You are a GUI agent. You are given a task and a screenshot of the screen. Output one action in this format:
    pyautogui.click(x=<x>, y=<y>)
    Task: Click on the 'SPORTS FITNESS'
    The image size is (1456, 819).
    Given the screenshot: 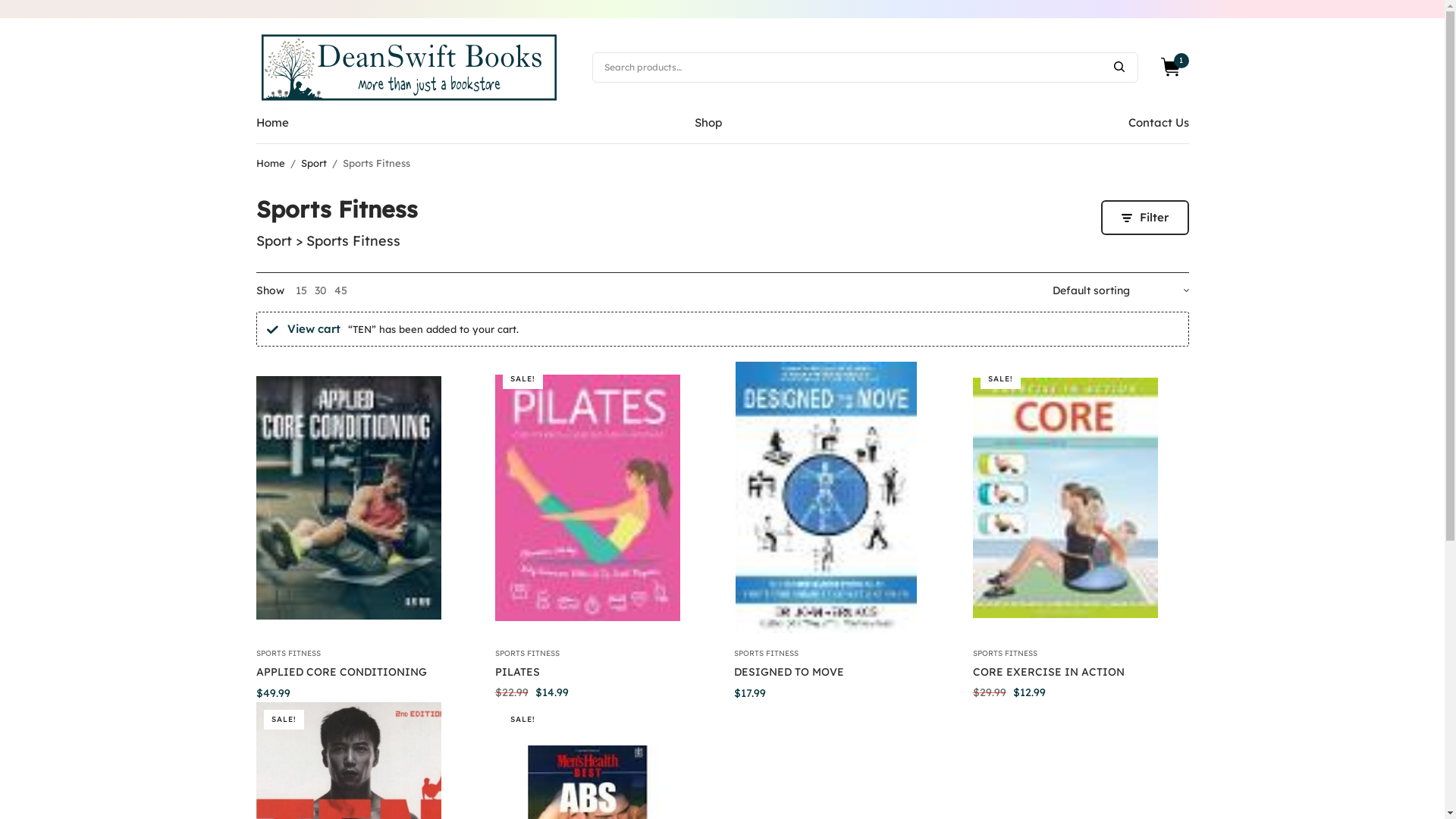 What is the action you would take?
    pyautogui.click(x=288, y=652)
    